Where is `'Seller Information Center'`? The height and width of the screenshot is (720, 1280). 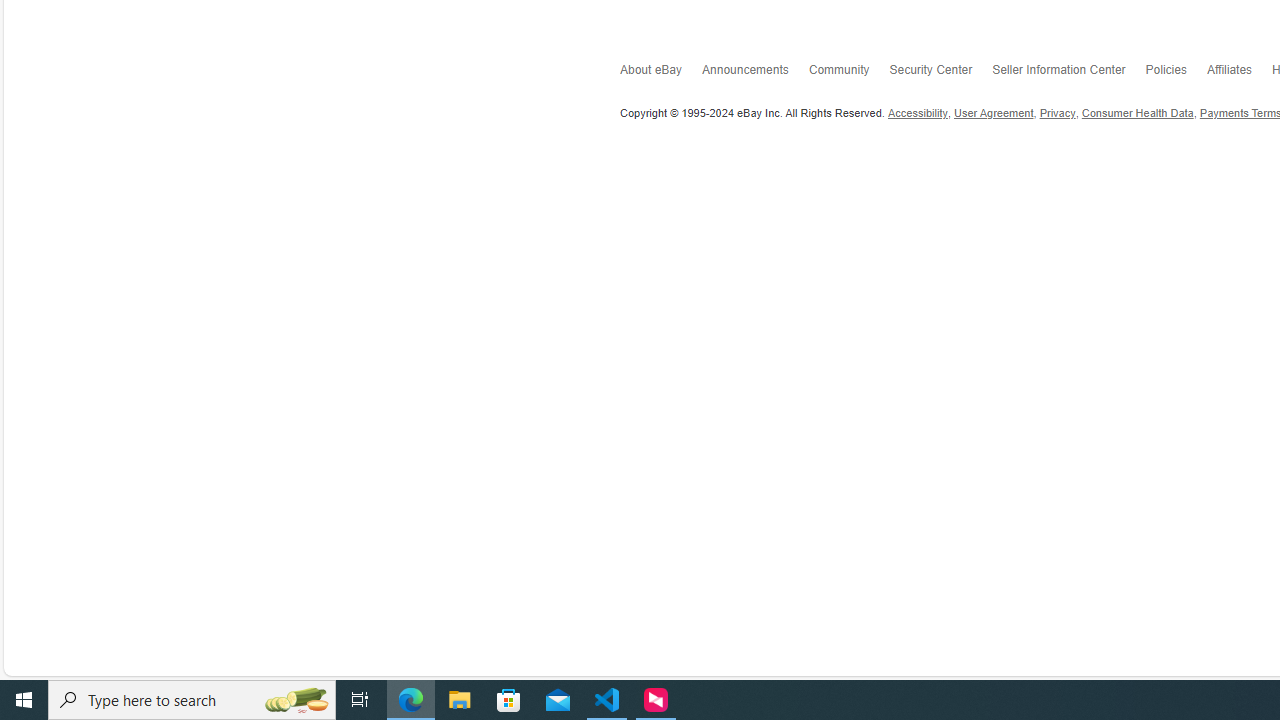 'Seller Information Center' is located at coordinates (1067, 73).